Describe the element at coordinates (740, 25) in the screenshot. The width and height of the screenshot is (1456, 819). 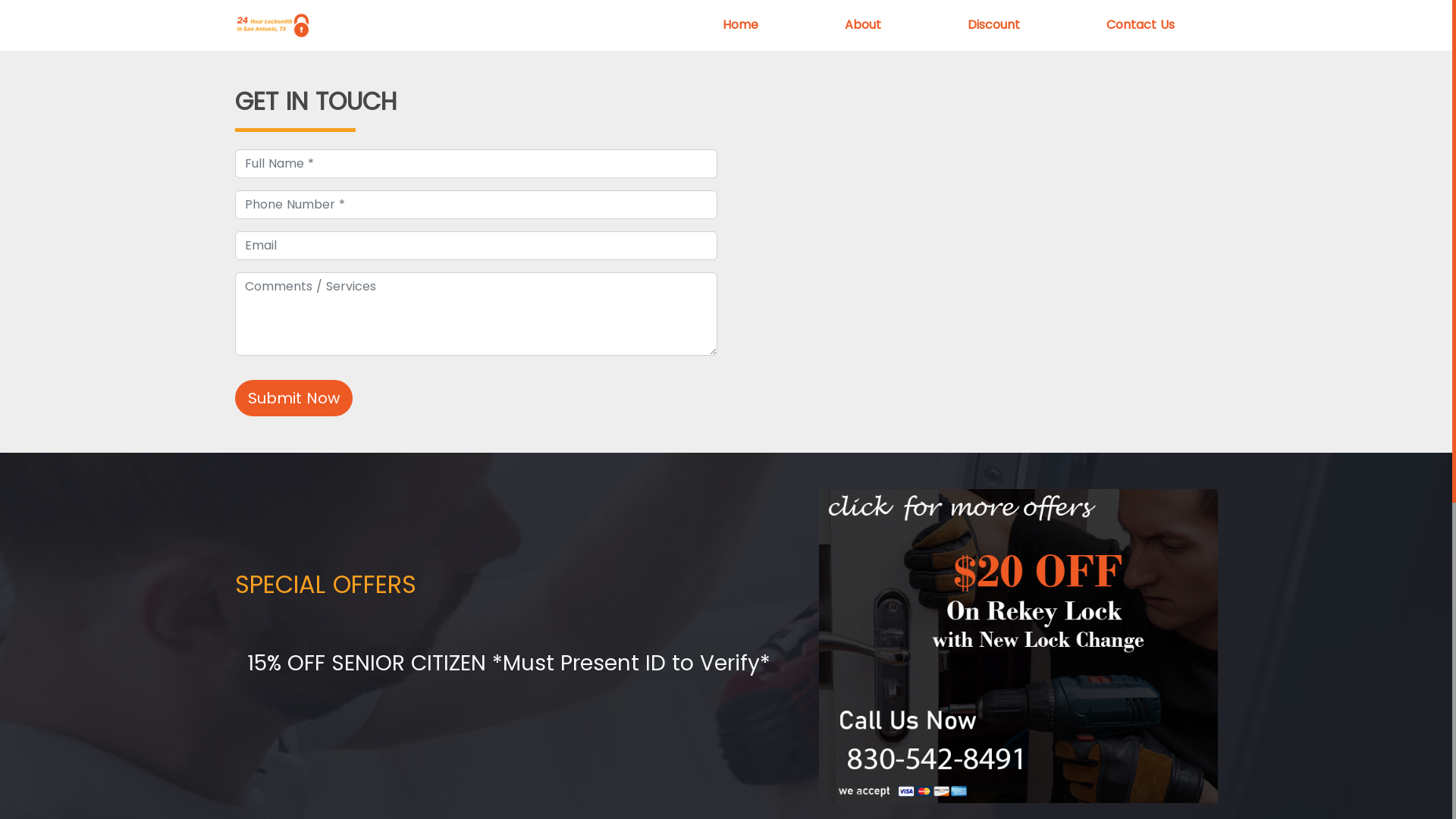
I see `'Home'` at that location.